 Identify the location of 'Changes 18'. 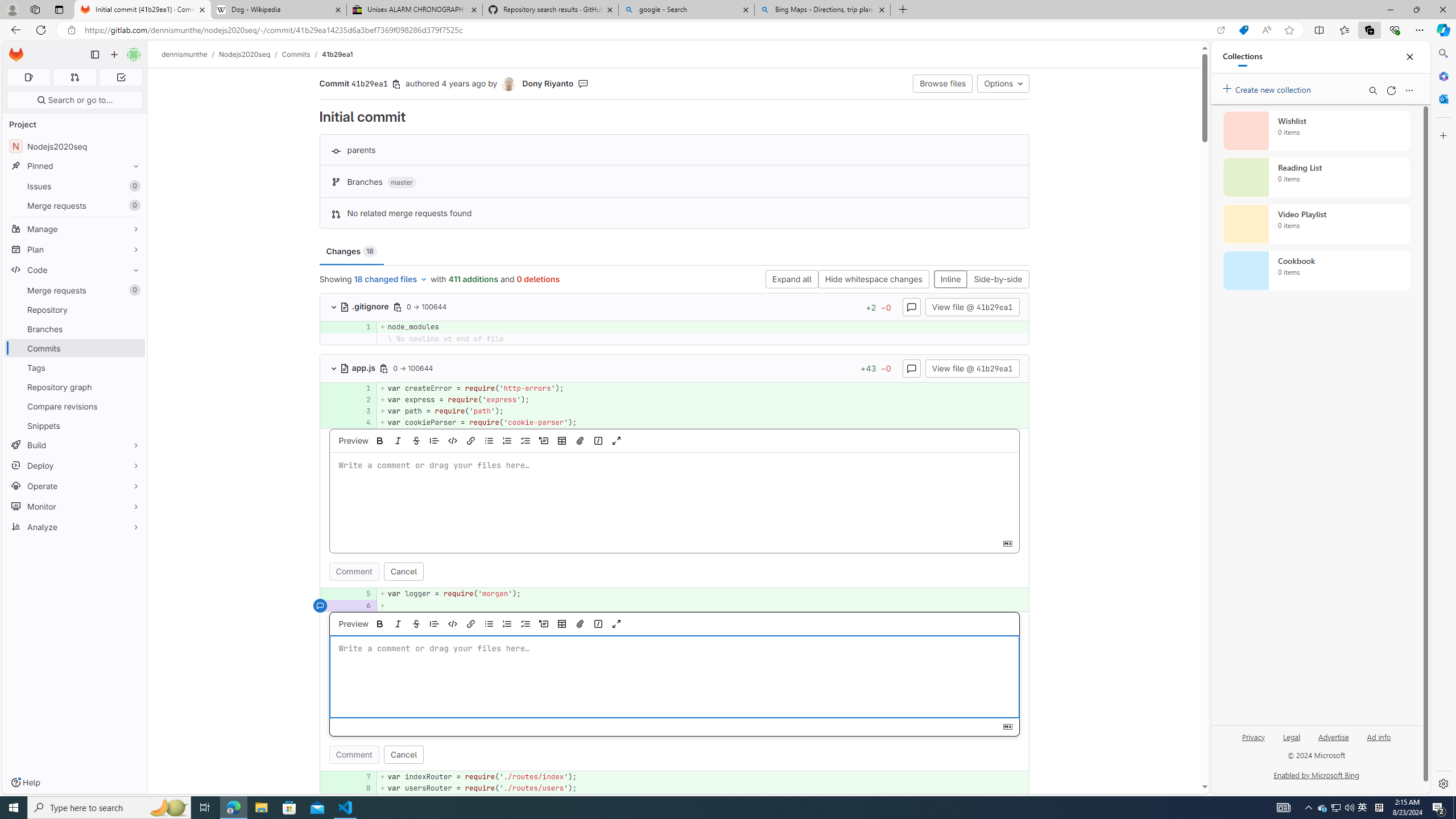
(351, 251).